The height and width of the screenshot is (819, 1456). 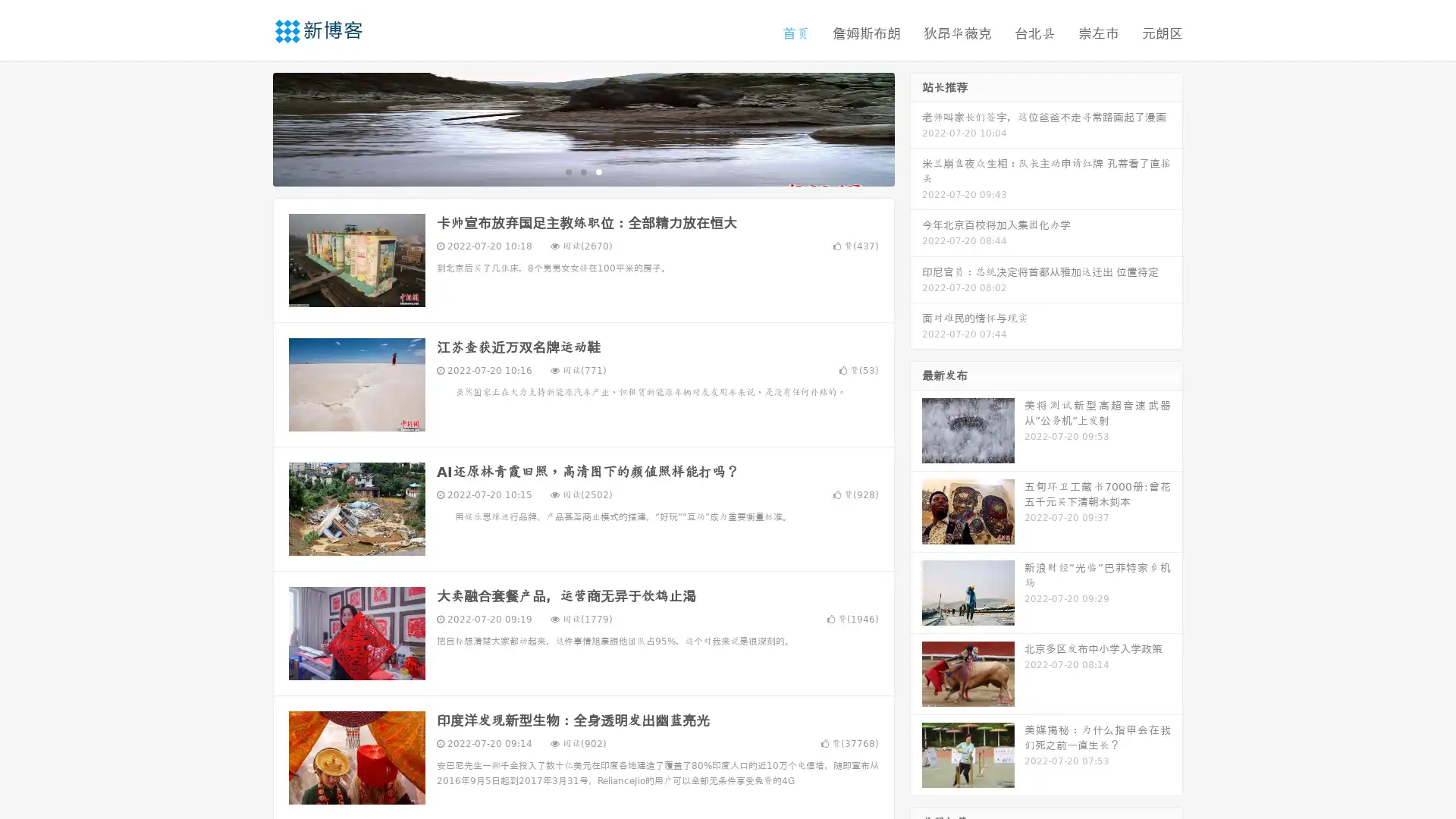 I want to click on Go to slide 1, so click(x=567, y=171).